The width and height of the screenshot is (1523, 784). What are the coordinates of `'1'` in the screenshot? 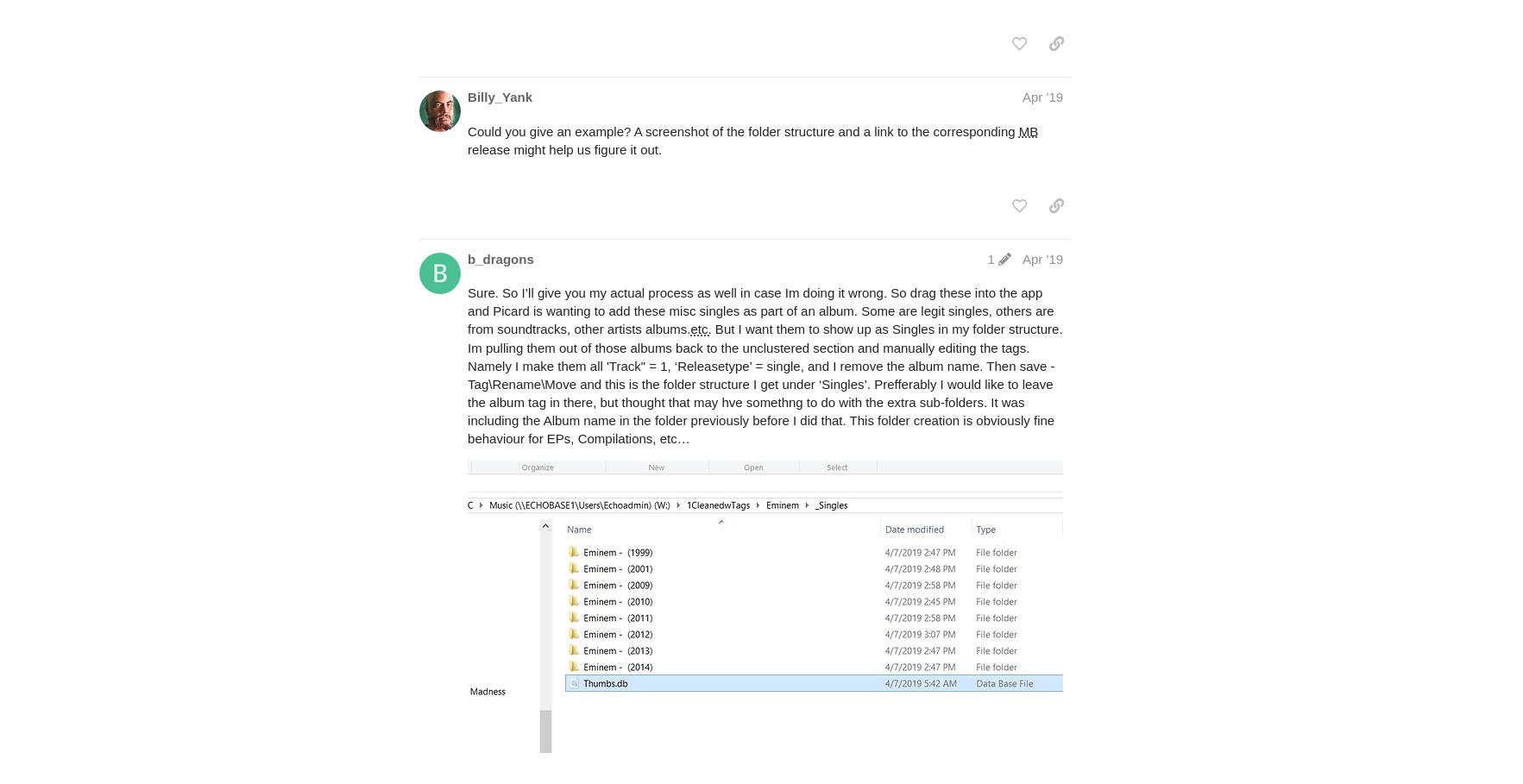 It's located at (987, 257).